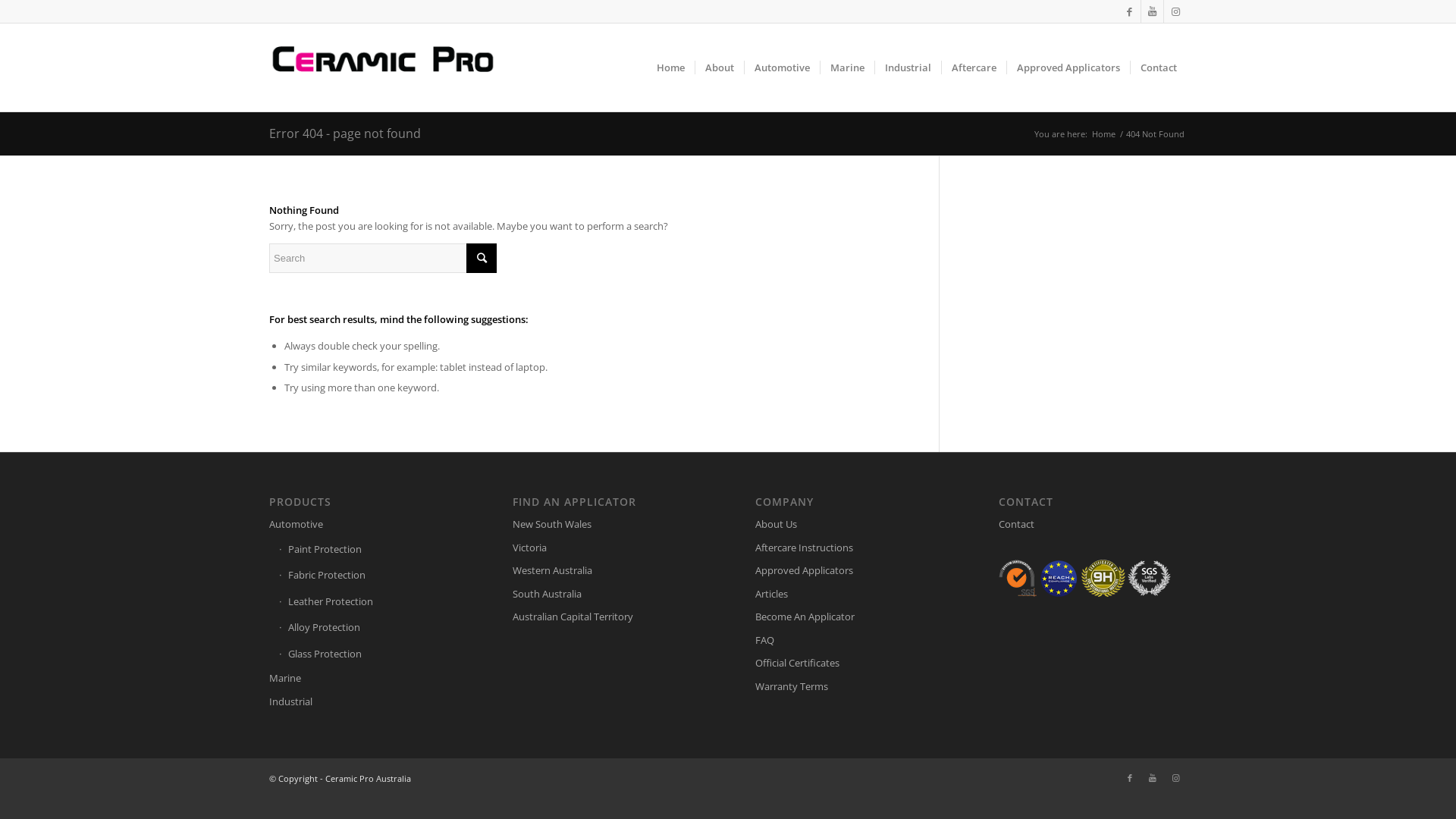 This screenshot has width=1456, height=819. I want to click on 'Aftercare Instructions', so click(848, 548).